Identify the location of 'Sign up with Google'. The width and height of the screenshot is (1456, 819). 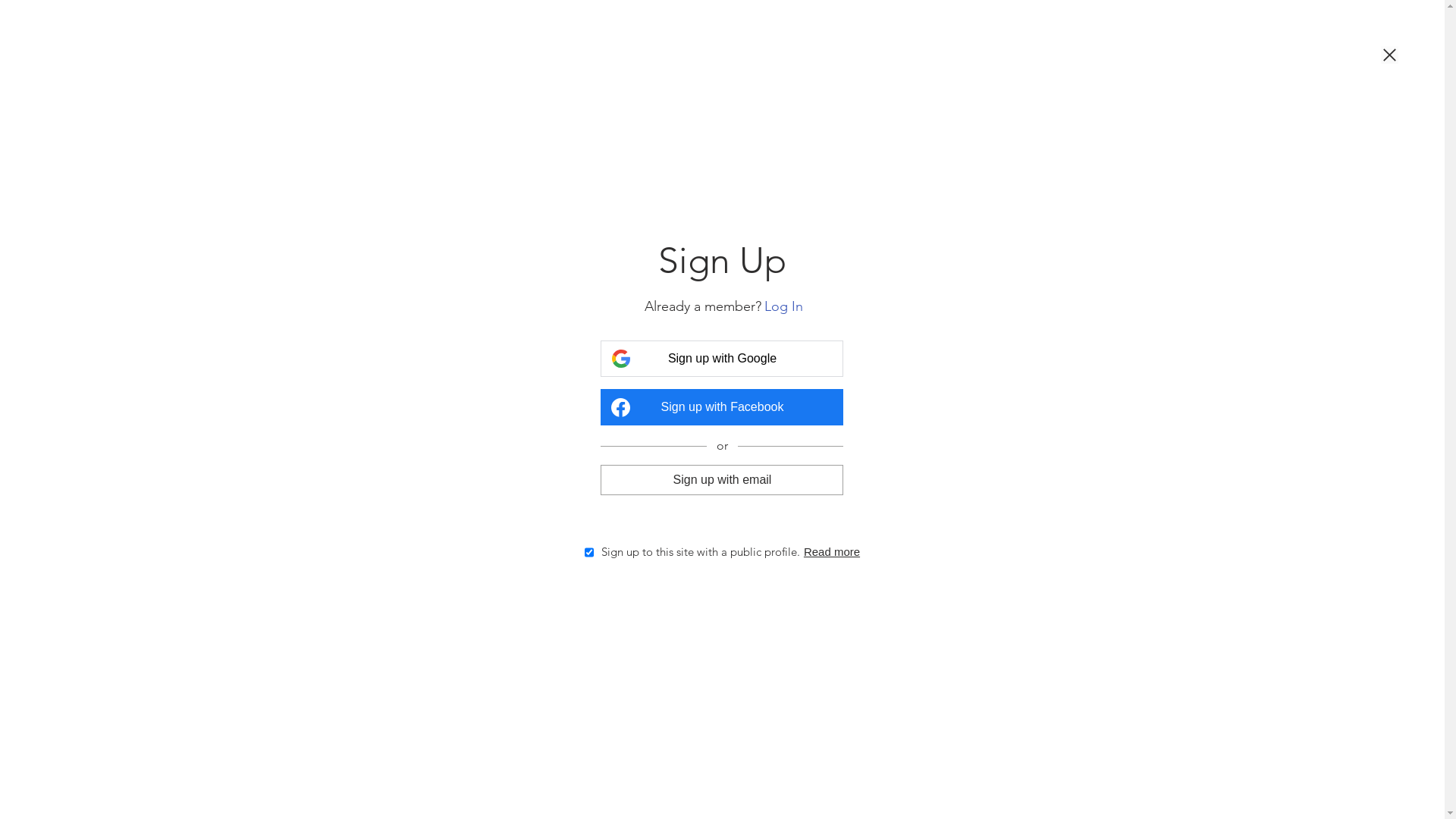
(720, 359).